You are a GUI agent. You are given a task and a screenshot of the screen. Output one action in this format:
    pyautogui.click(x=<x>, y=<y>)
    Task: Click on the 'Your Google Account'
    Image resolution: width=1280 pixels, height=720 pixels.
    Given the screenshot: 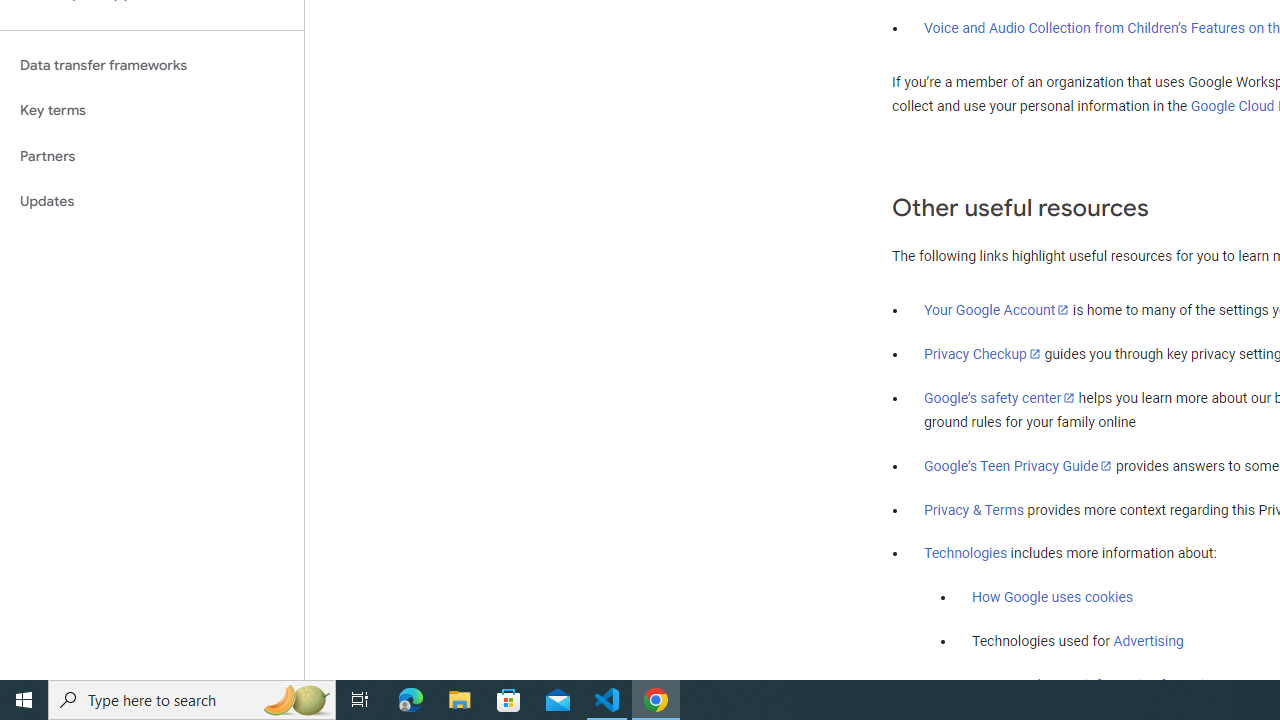 What is the action you would take?
    pyautogui.click(x=997, y=309)
    